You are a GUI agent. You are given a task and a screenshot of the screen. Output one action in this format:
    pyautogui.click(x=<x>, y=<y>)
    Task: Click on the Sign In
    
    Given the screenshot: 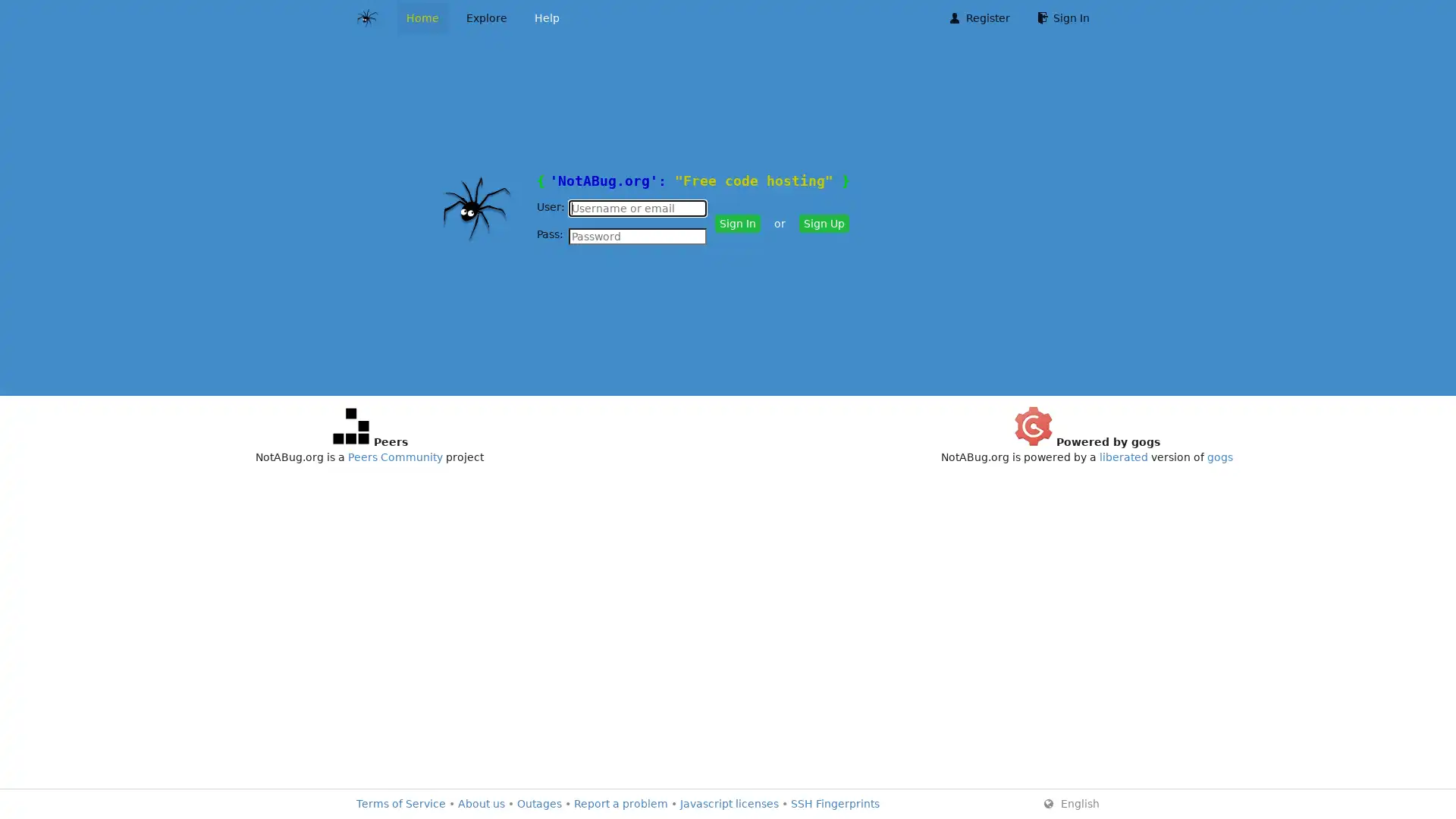 What is the action you would take?
    pyautogui.click(x=738, y=222)
    